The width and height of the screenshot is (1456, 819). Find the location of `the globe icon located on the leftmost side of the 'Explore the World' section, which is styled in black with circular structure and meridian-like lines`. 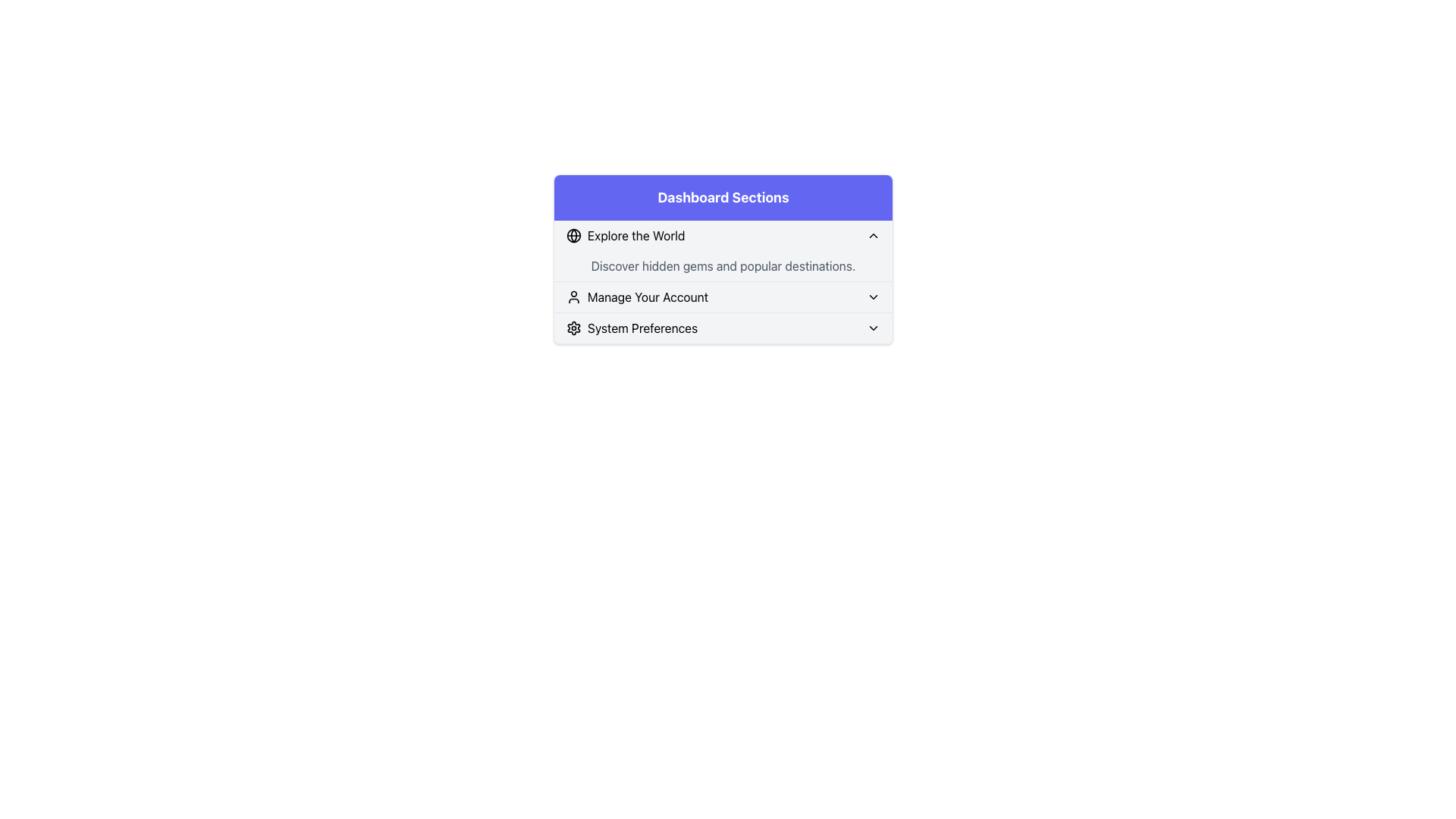

the globe icon located on the leftmost side of the 'Explore the World' section, which is styled in black with circular structure and meridian-like lines is located at coordinates (573, 236).